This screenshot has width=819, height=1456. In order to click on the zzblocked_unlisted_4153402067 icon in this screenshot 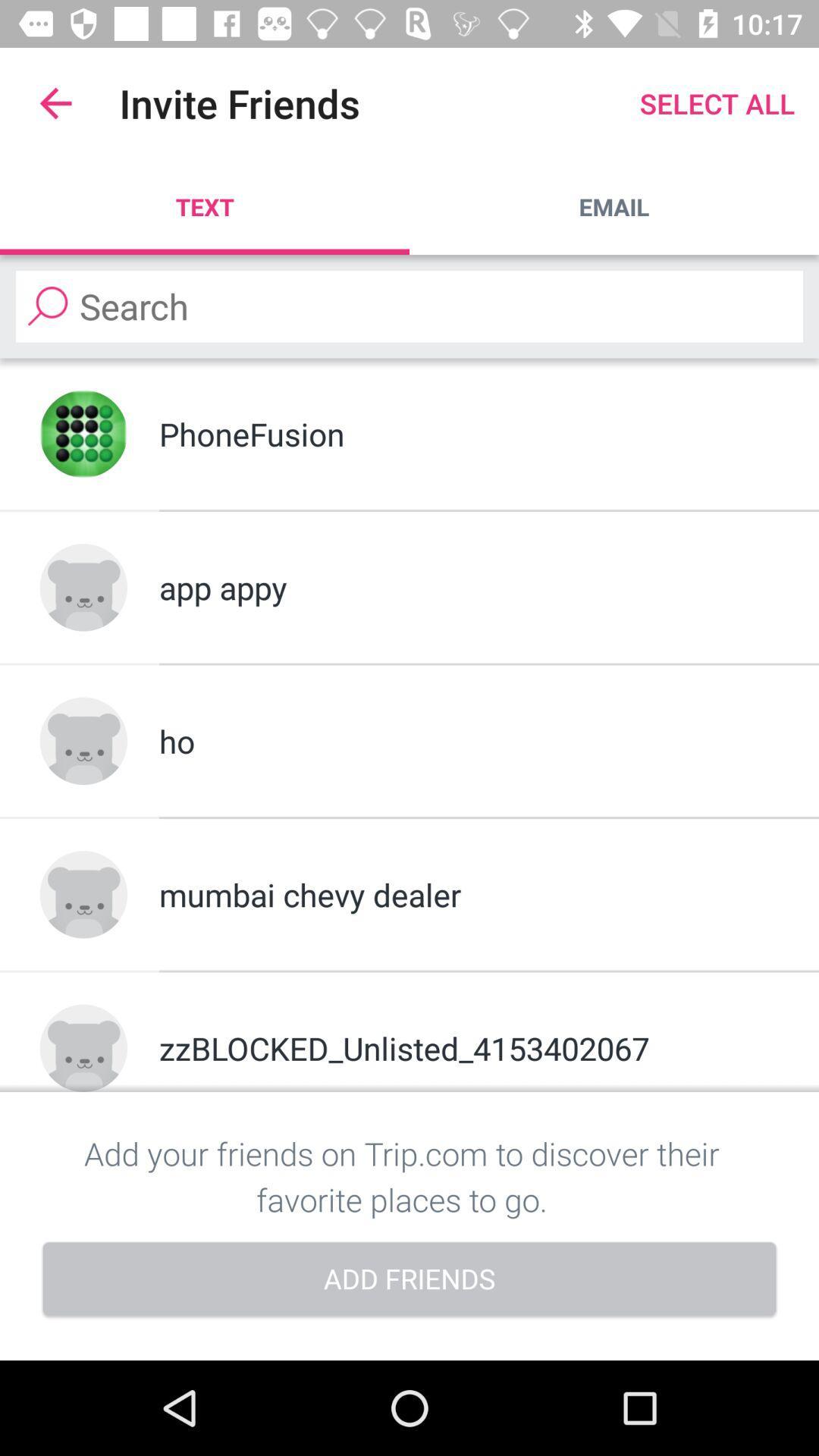, I will do `click(468, 1047)`.